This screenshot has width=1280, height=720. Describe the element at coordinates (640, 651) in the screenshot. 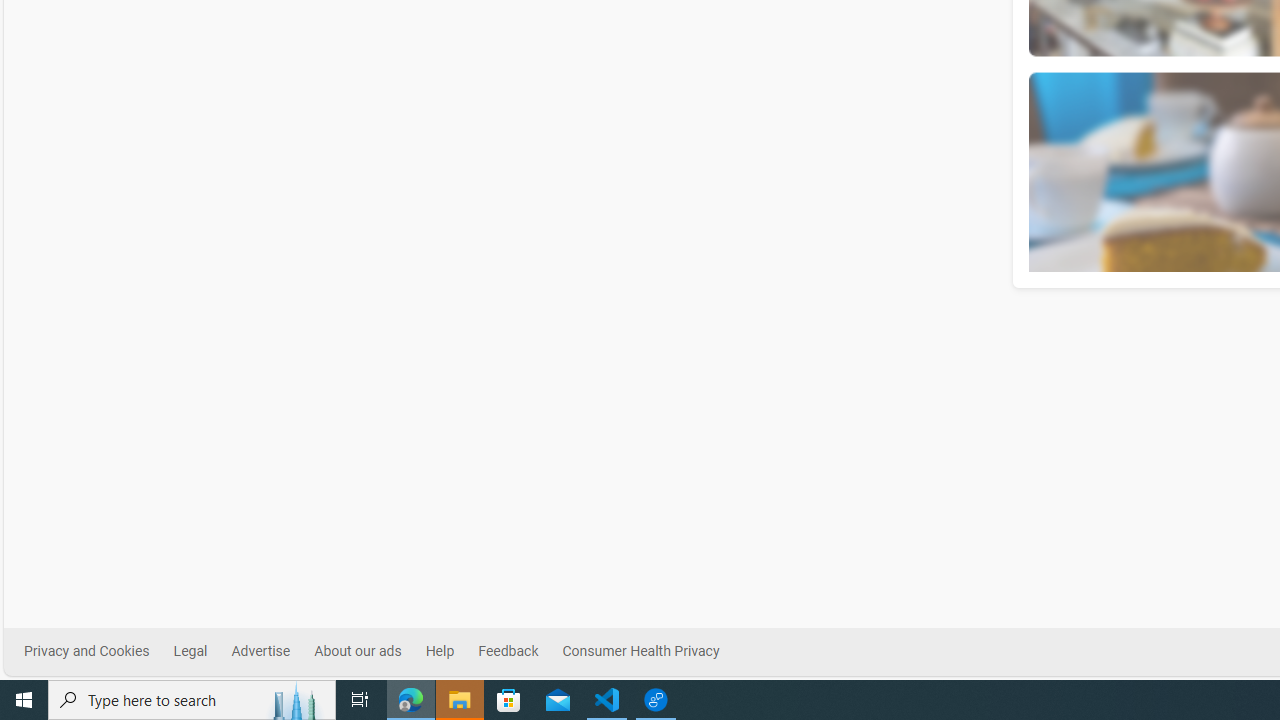

I see `'Consumer Health Privacy'` at that location.